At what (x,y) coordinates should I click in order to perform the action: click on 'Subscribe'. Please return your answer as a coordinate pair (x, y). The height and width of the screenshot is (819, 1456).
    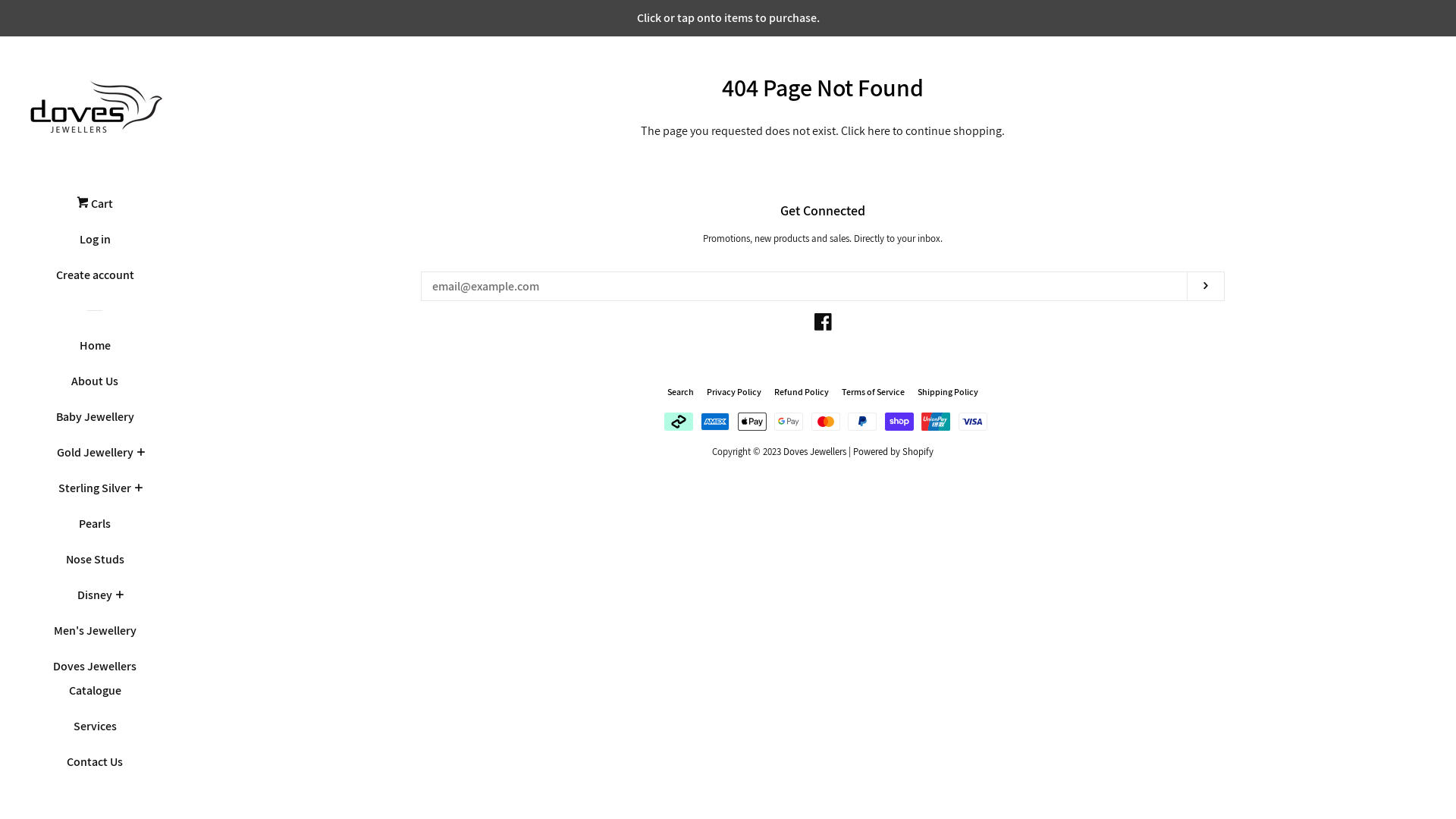
    Looking at the image, I should click on (1204, 286).